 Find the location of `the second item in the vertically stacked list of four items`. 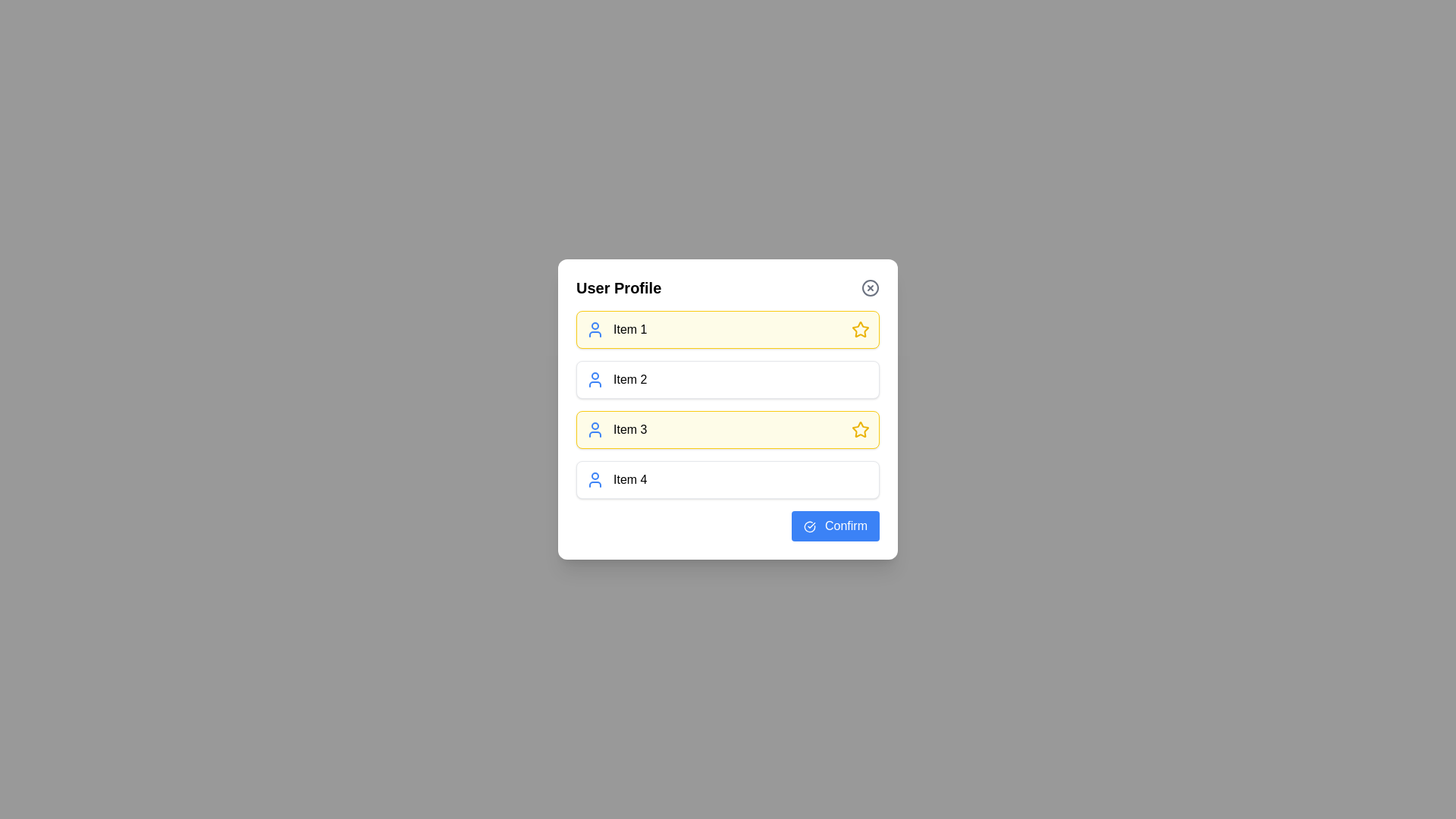

the second item in the vertically stacked list of four items is located at coordinates (728, 379).